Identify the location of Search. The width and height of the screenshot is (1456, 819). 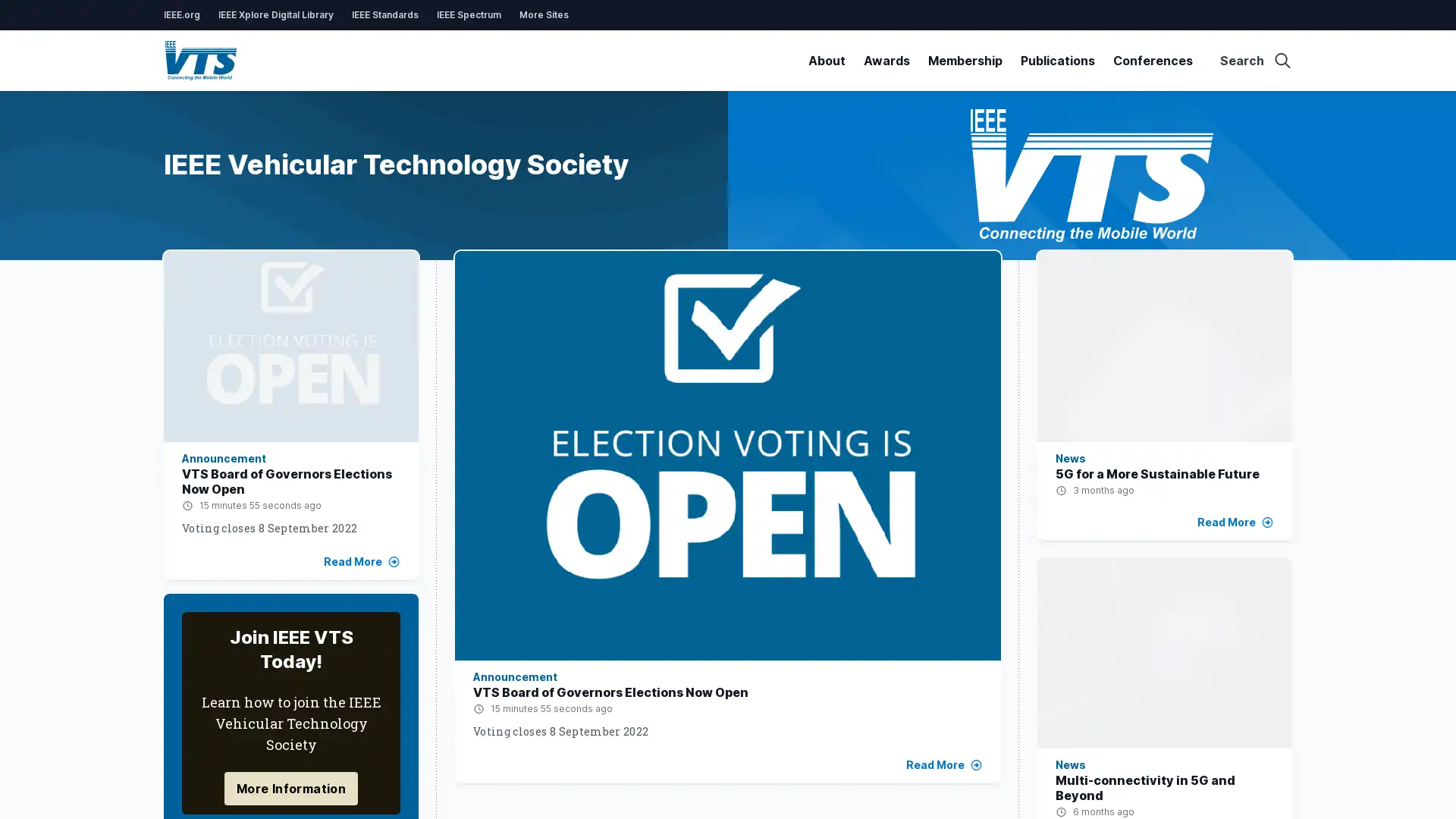
(1256, 60).